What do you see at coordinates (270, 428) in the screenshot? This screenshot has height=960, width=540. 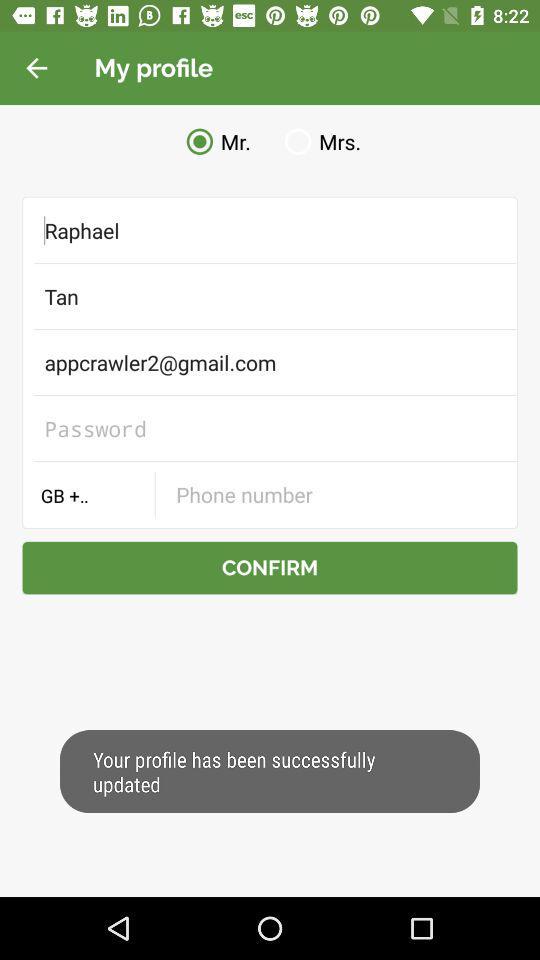 I see `the field is used to type in the login 's password` at bounding box center [270, 428].